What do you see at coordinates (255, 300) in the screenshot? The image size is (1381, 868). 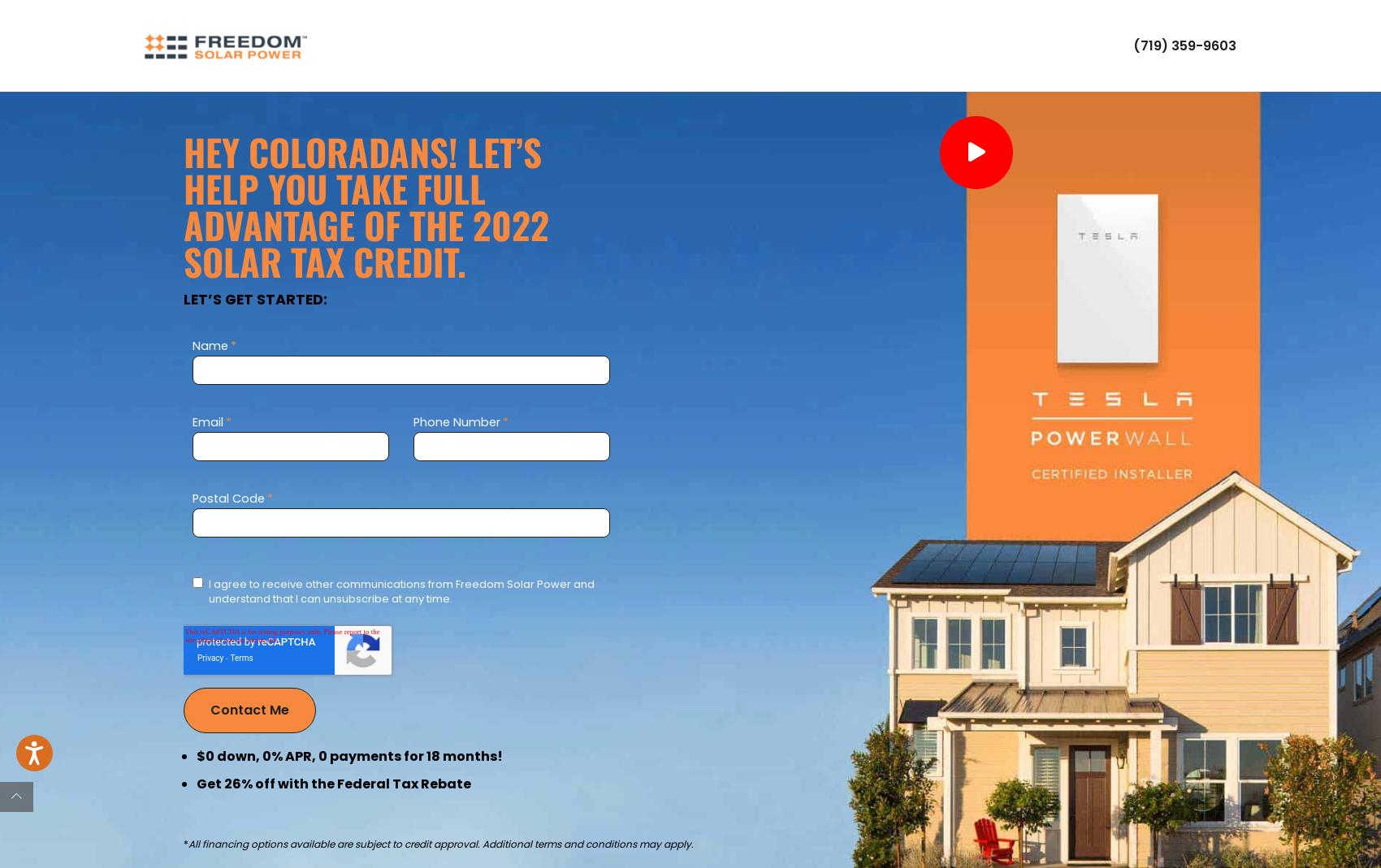 I see `'Let’s get started:'` at bounding box center [255, 300].